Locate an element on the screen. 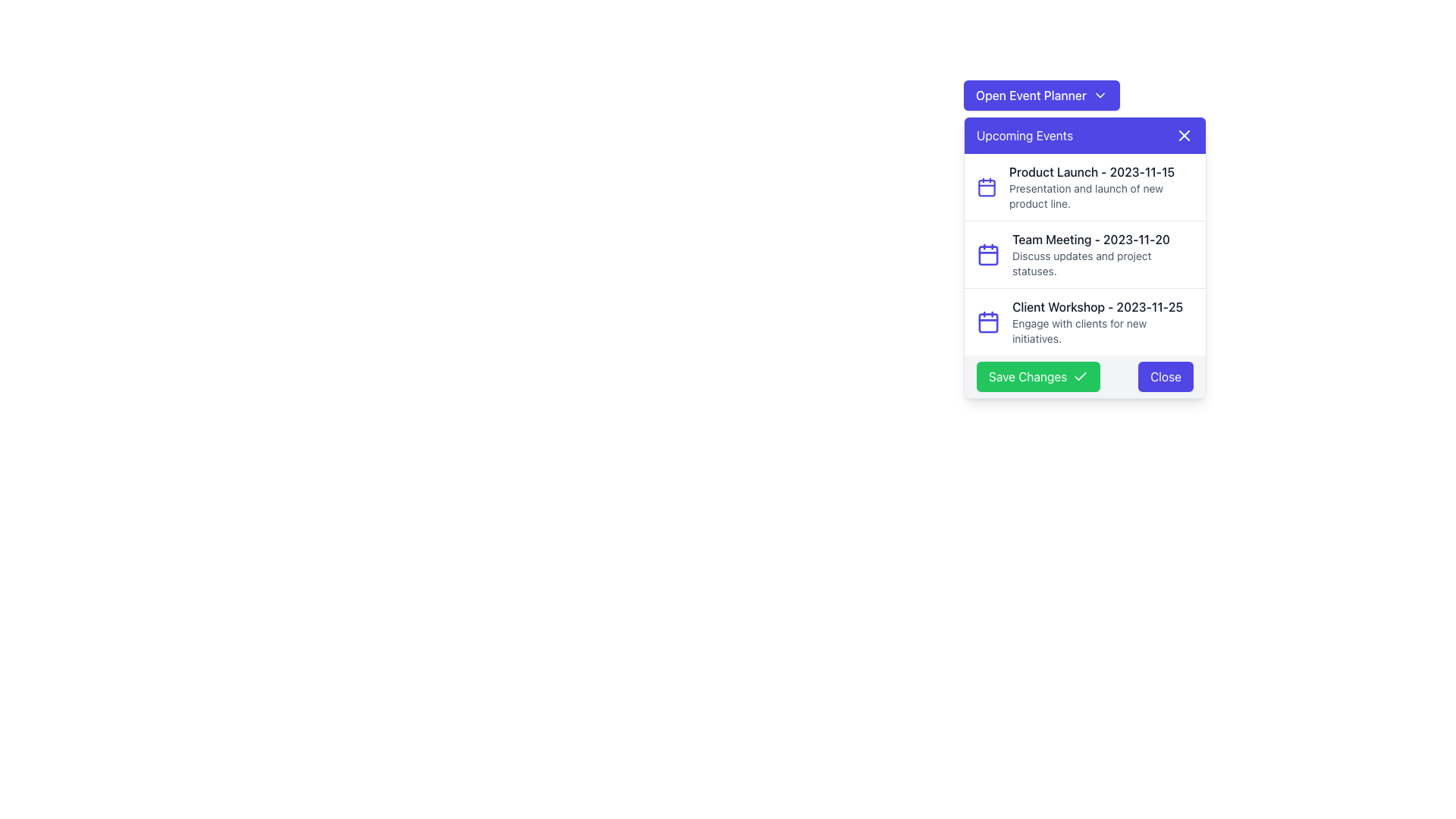 The height and width of the screenshot is (819, 1456). the Close button (X icon) located at the top-right corner of the 'Upcoming Events' dropdown panel is located at coordinates (1183, 134).